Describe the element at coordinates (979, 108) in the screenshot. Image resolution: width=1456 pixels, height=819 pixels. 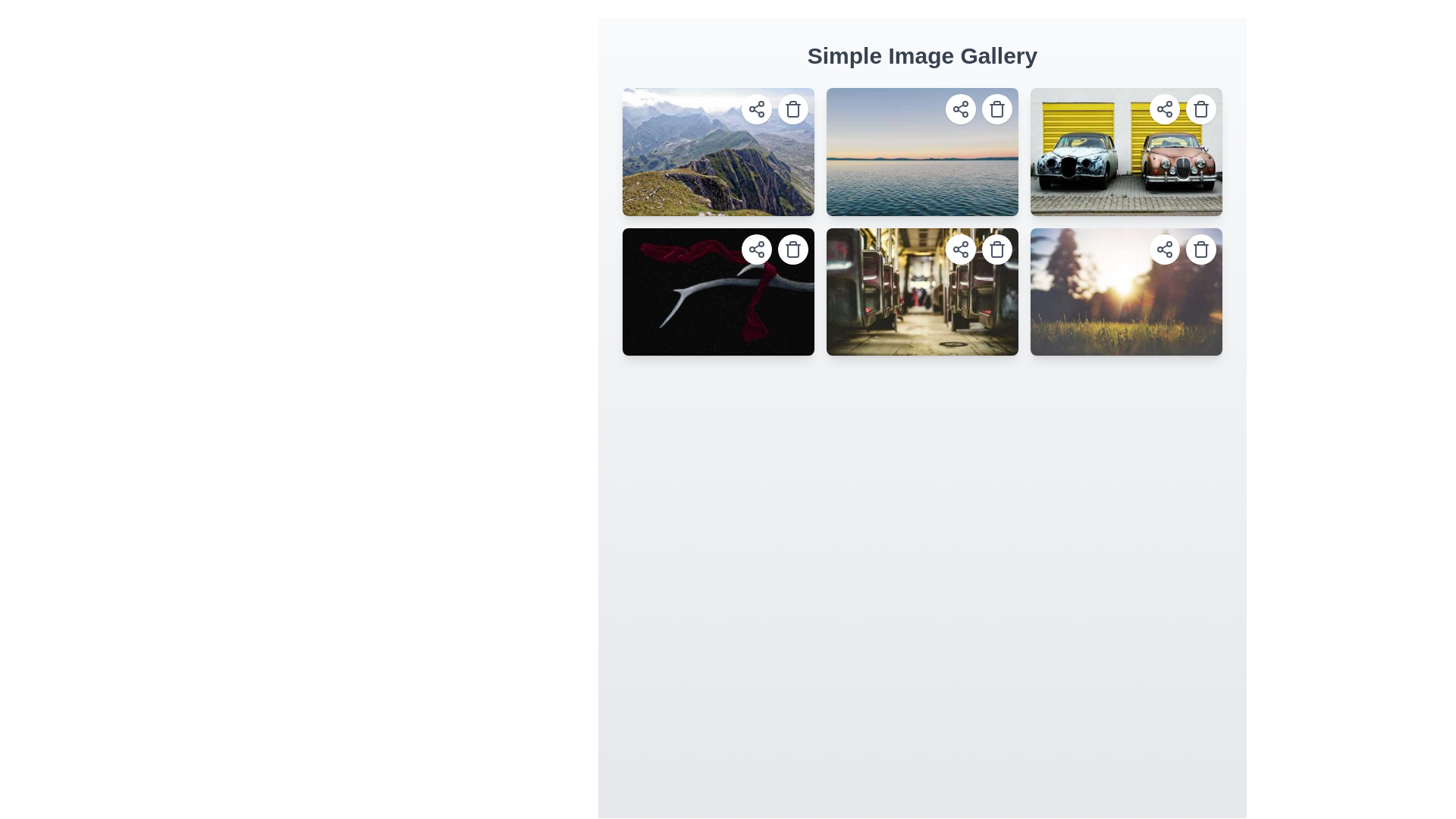
I see `the share button represented by an icon of three interconnected circles, located at the top-right corner of the second image in the gallery grid` at that location.